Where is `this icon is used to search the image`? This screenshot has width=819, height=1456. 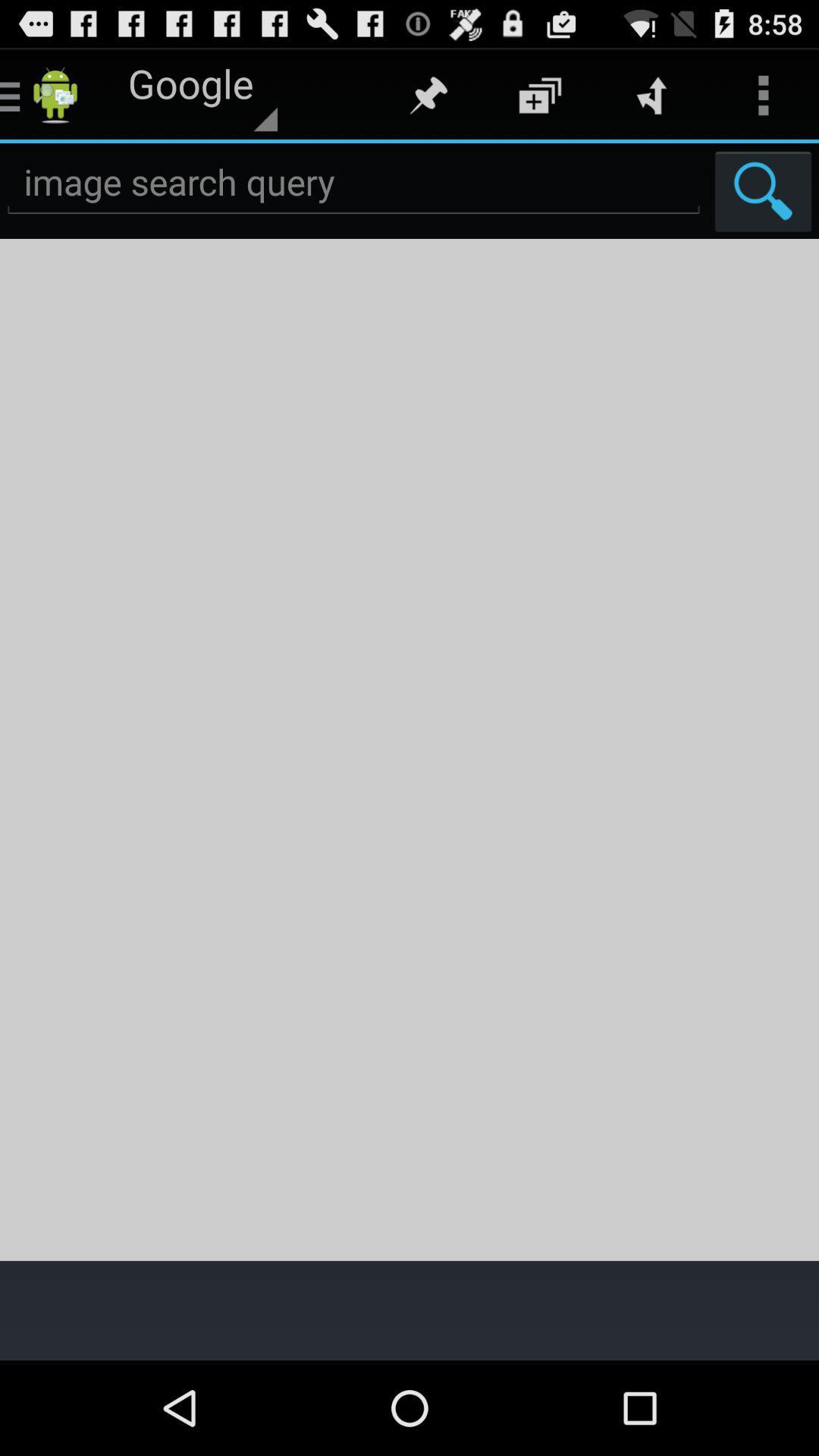
this icon is used to search the image is located at coordinates (763, 190).